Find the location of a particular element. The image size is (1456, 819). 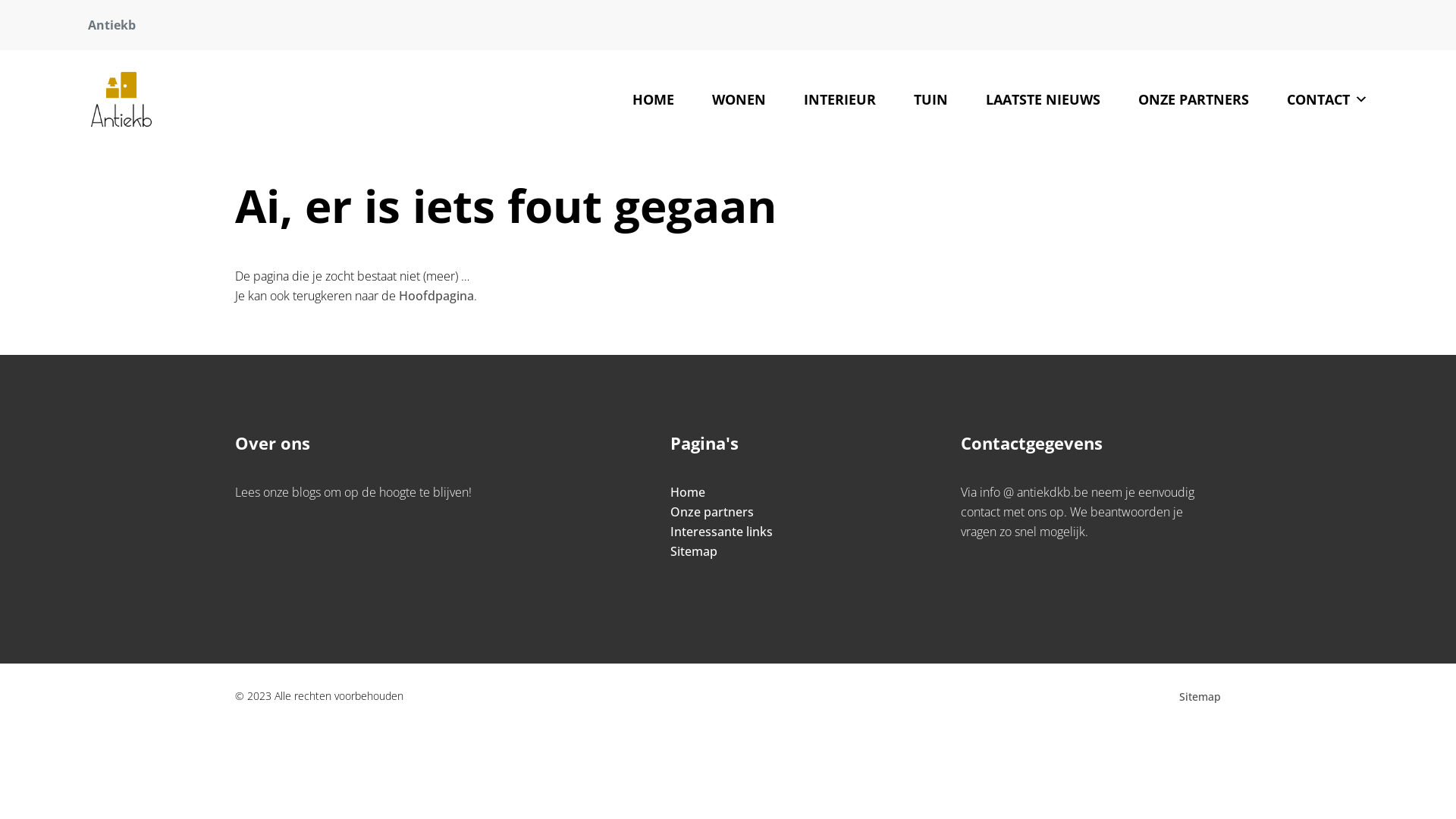

'Sitemap' is located at coordinates (1199, 696).